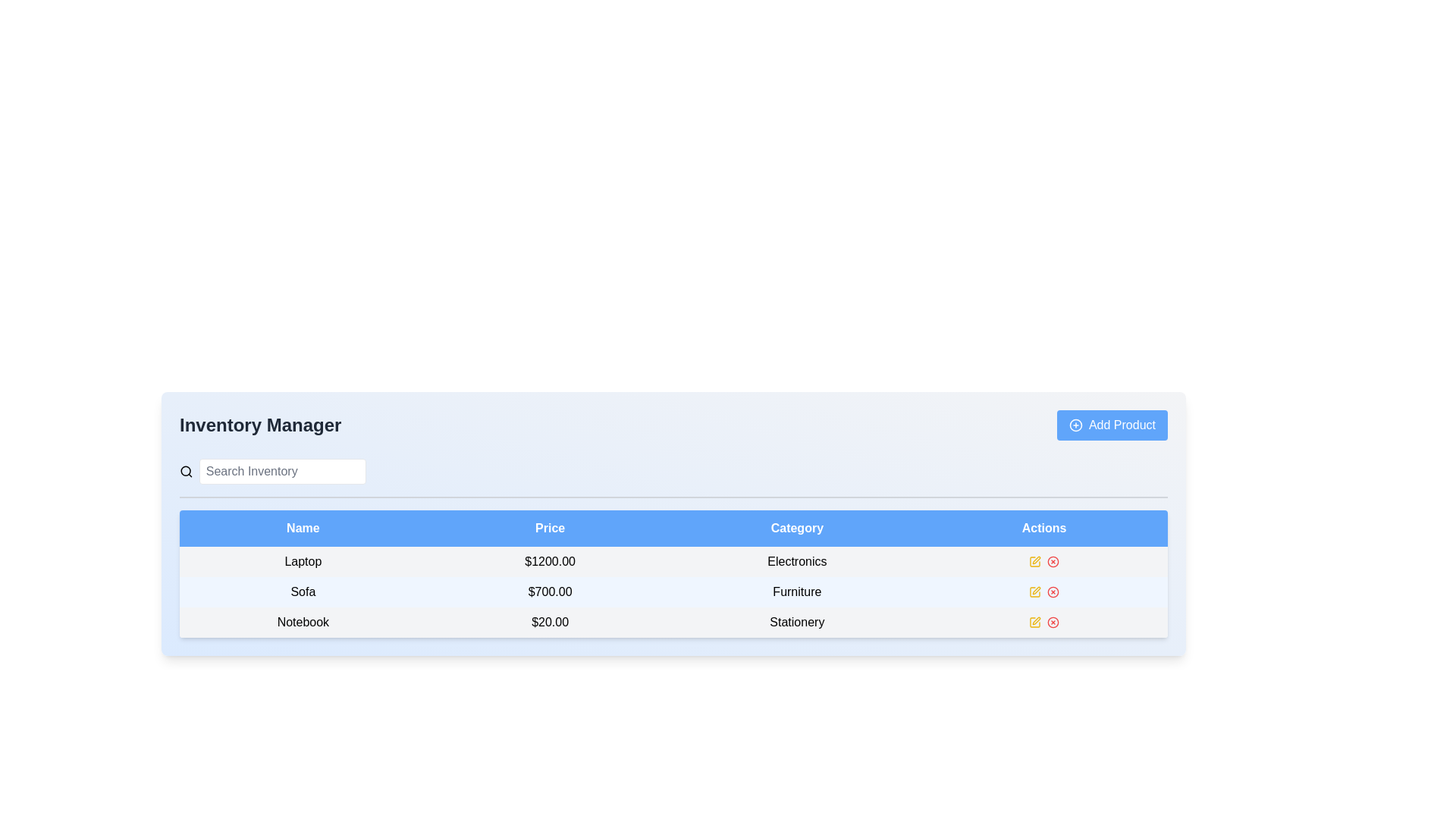 This screenshot has width=1456, height=819. I want to click on the edit button in the Row Action Control for the Electronics category entry to modify the item, so click(1043, 561).